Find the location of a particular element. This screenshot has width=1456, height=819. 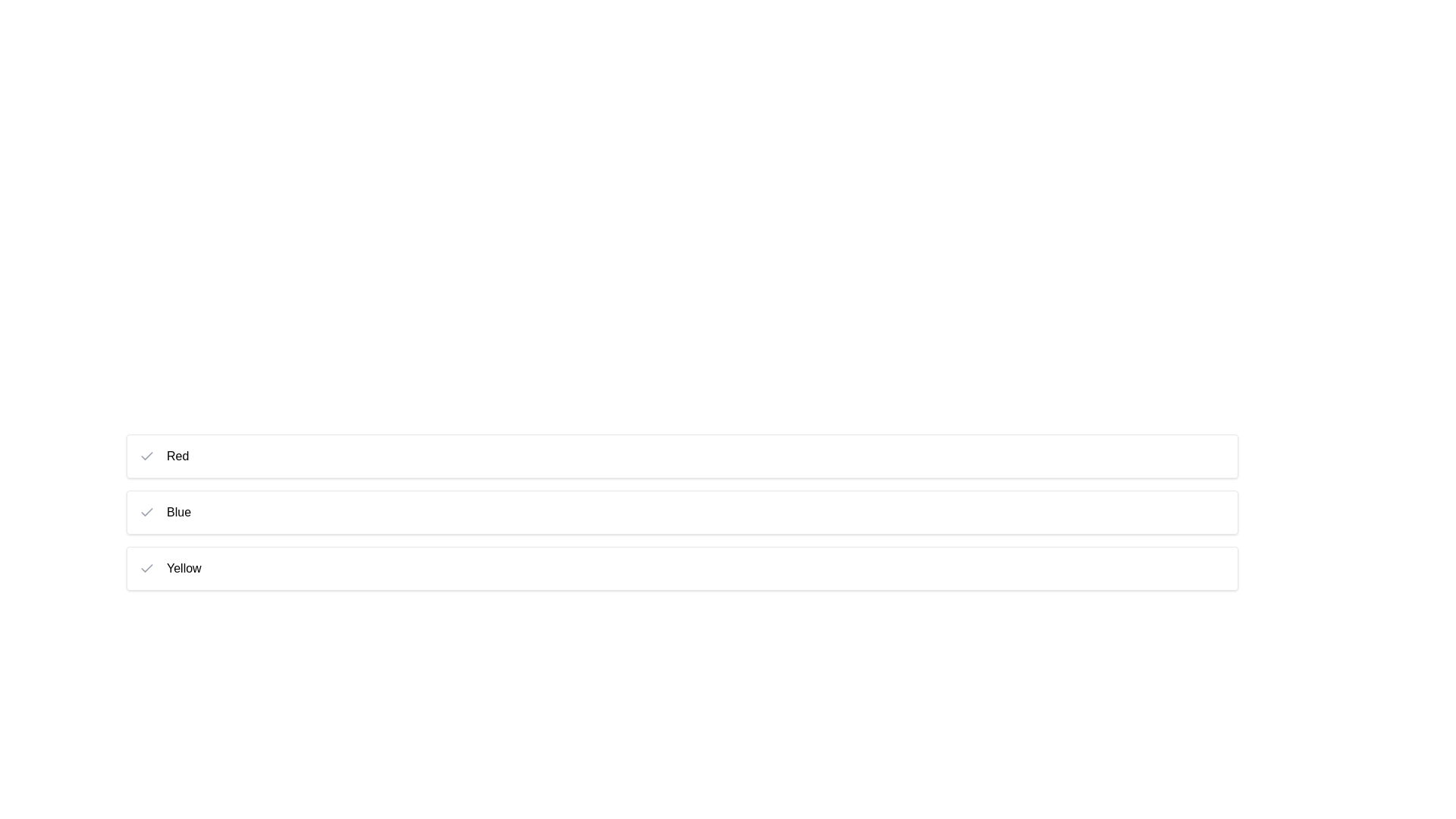

the text label indicating the option 'Yellow', which is positioned next to a checkmark icon in the bottommost selectable item of a vertical list is located at coordinates (183, 568).